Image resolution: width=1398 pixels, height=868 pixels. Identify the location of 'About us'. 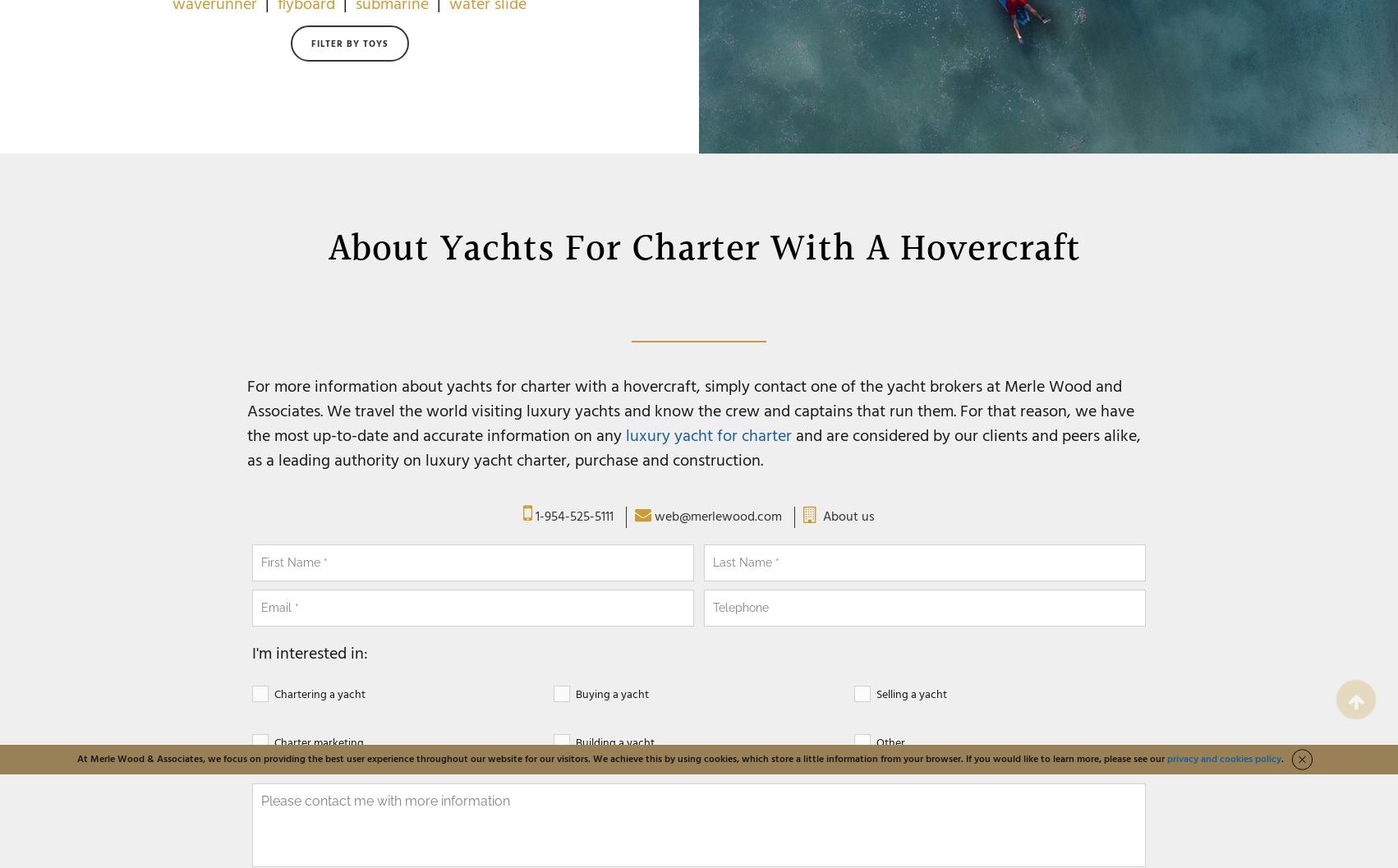
(848, 517).